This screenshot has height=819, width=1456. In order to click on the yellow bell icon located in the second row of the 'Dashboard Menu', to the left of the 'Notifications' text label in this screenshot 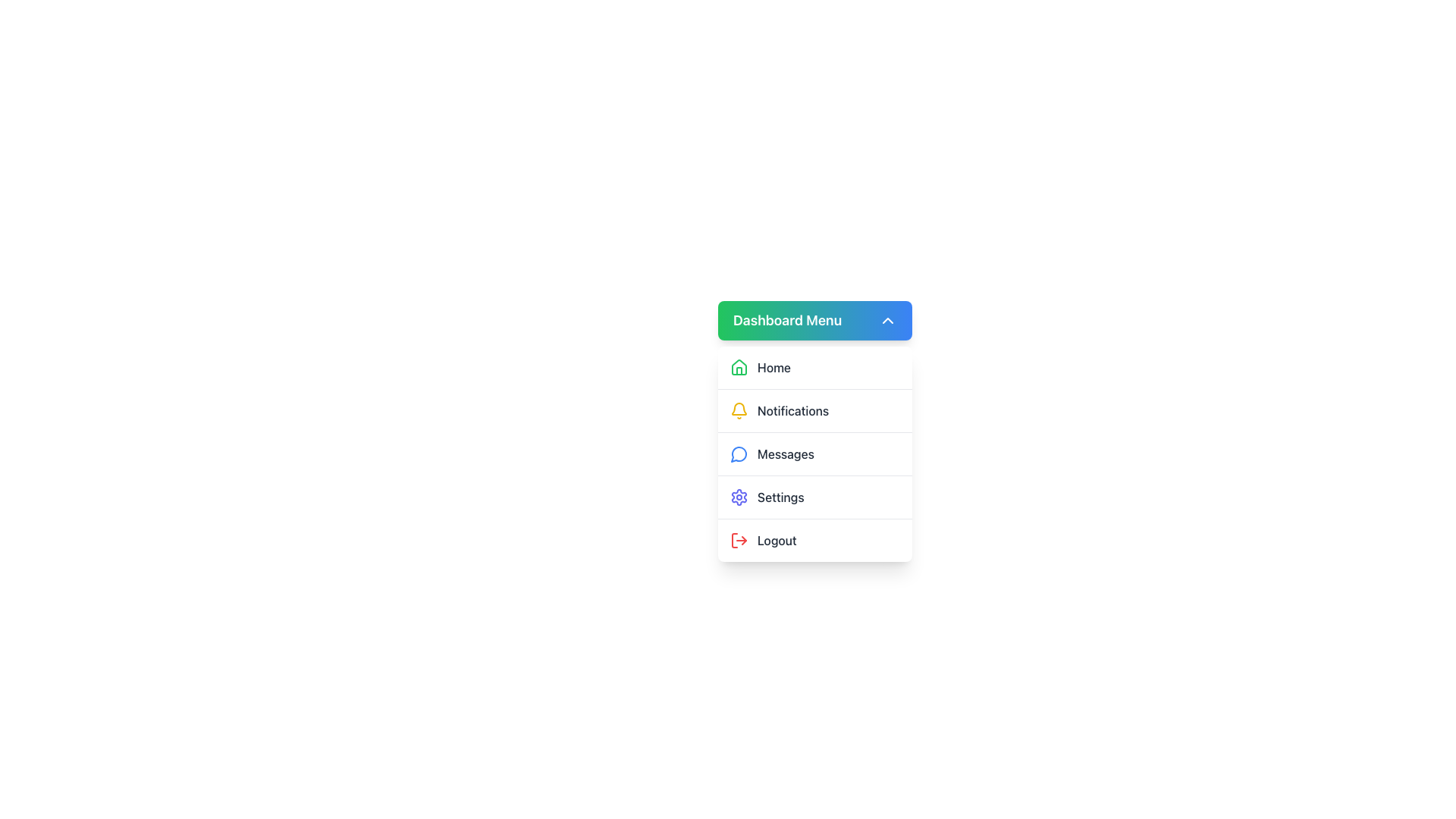, I will do `click(739, 411)`.